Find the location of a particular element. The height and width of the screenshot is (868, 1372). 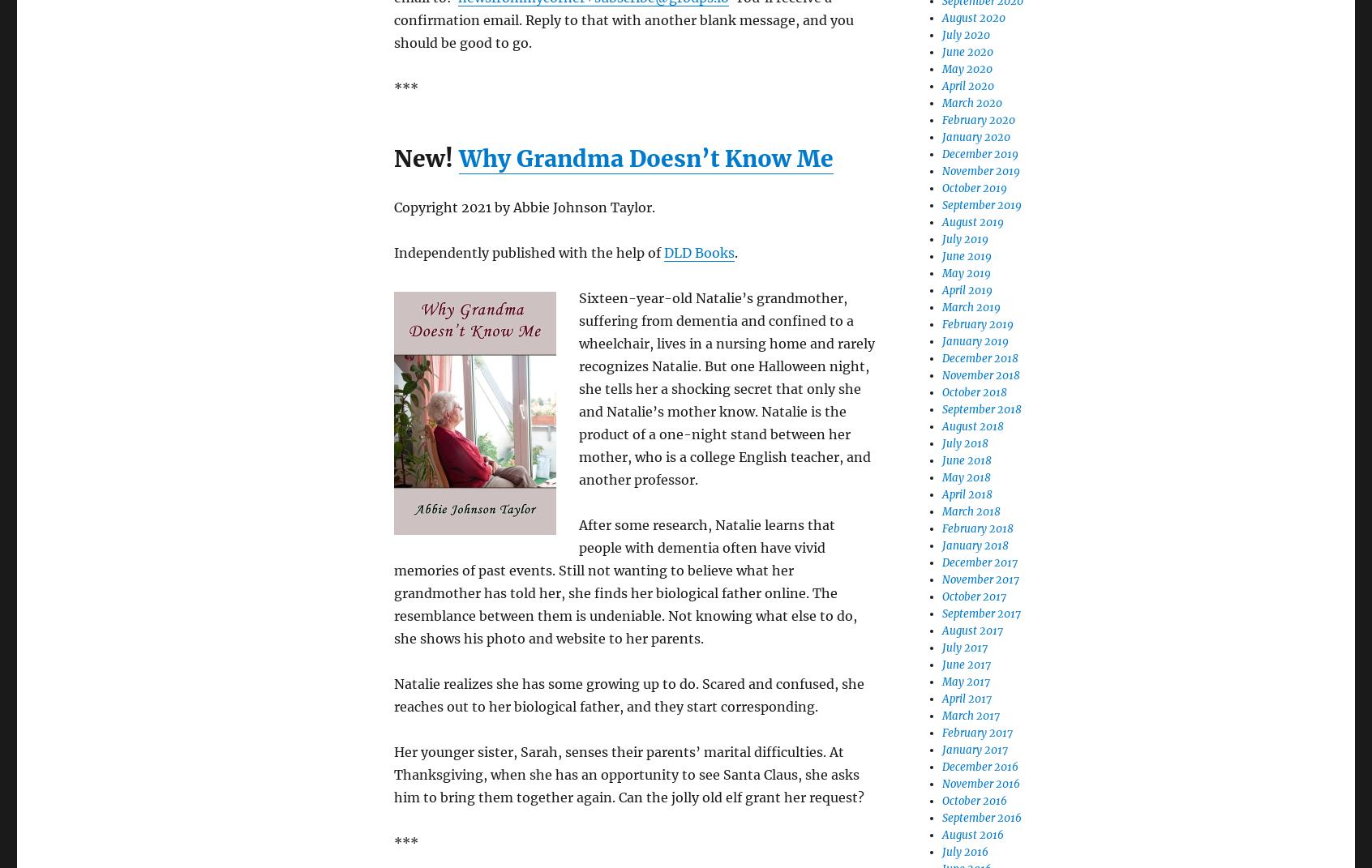

'Independently published with the help of' is located at coordinates (529, 251).